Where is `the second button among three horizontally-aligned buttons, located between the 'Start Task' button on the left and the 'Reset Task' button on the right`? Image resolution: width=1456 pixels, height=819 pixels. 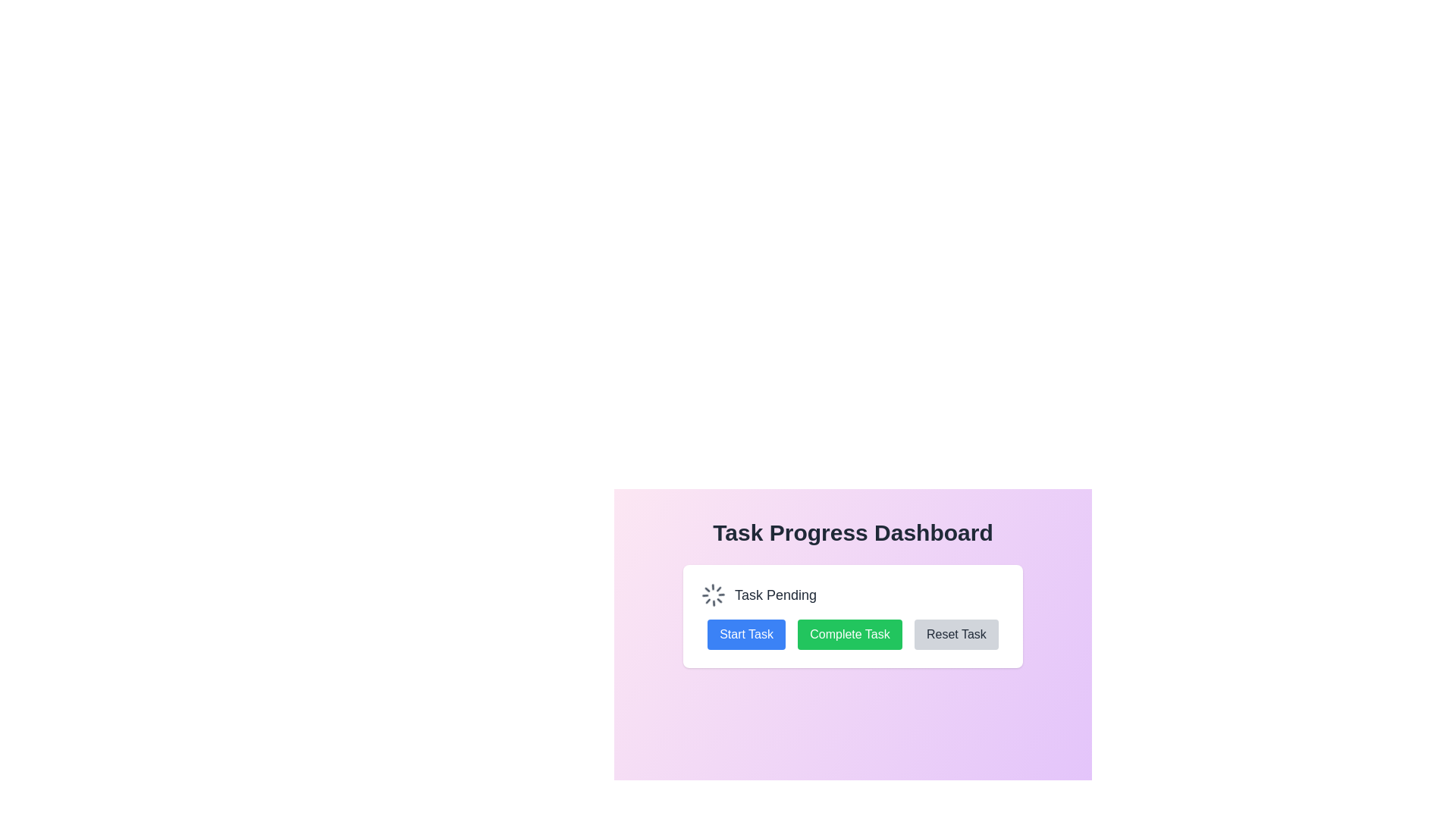 the second button among three horizontally-aligned buttons, located between the 'Start Task' button on the left and the 'Reset Task' button on the right is located at coordinates (849, 635).